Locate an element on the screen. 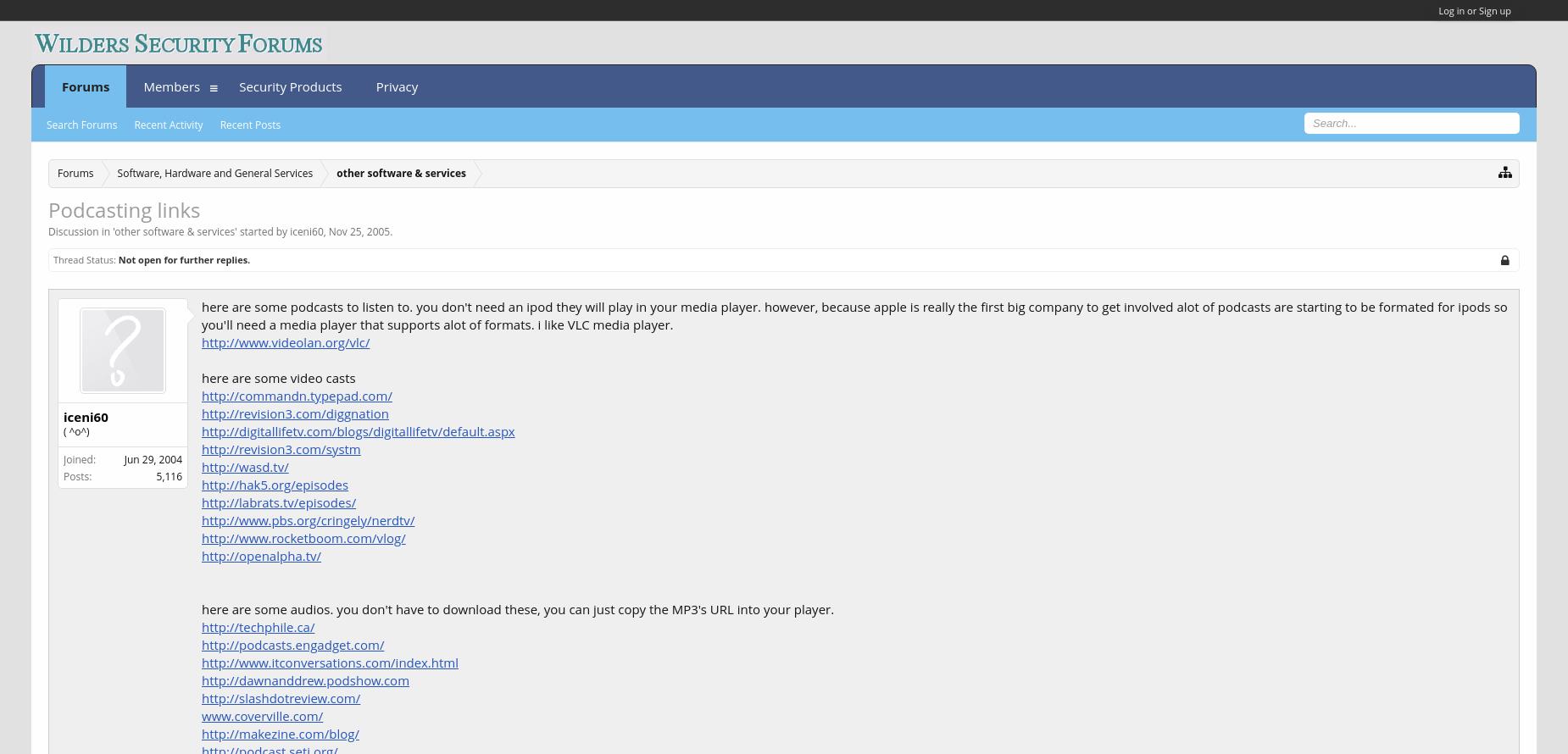 The height and width of the screenshot is (754, 1568). 'http://www.itconversations.com/index.html' is located at coordinates (200, 661).